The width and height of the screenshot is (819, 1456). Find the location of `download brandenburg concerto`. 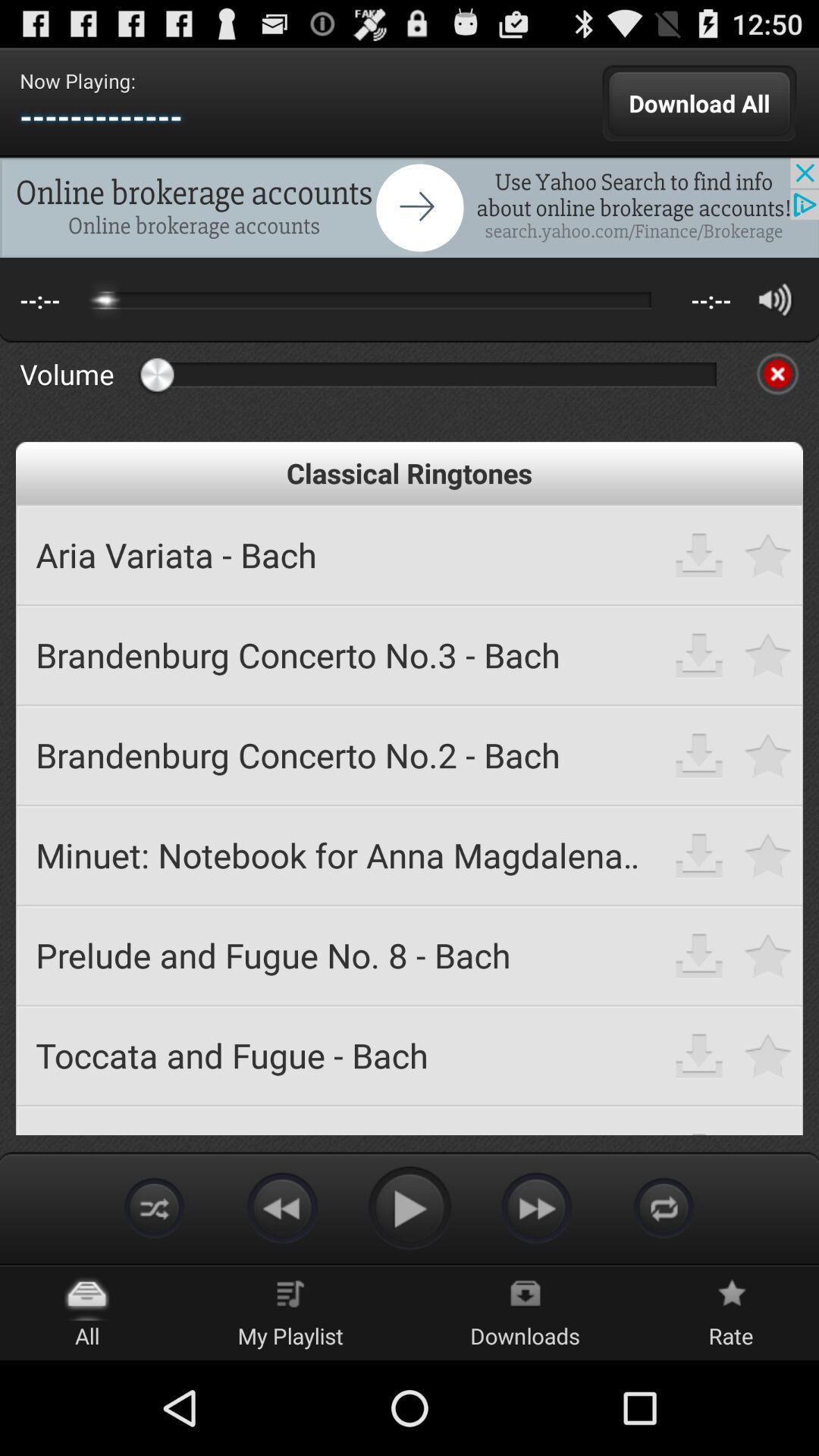

download brandenburg concerto is located at coordinates (699, 755).